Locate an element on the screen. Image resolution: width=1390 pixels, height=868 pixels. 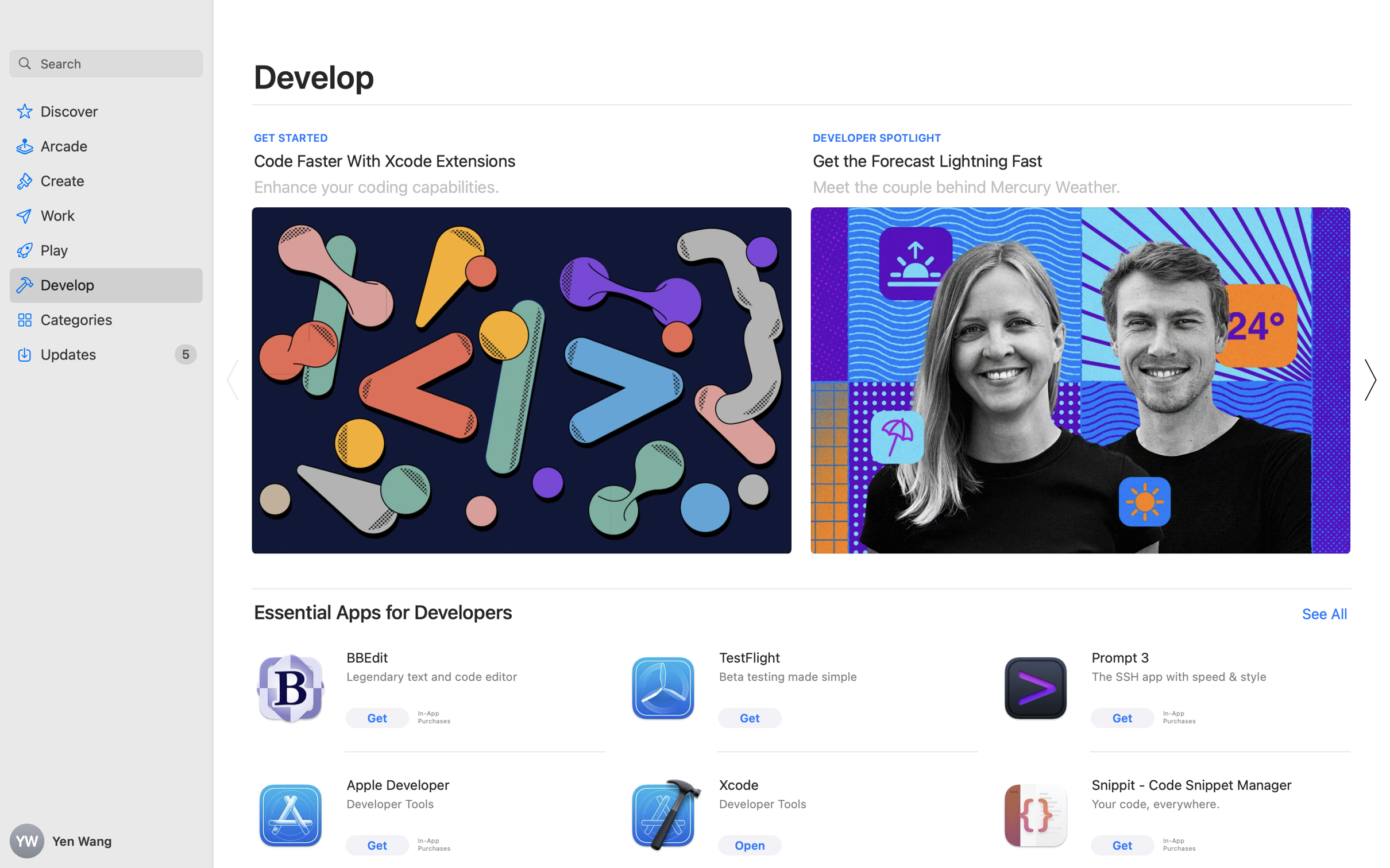
'Yen Wang' is located at coordinates (106, 841).